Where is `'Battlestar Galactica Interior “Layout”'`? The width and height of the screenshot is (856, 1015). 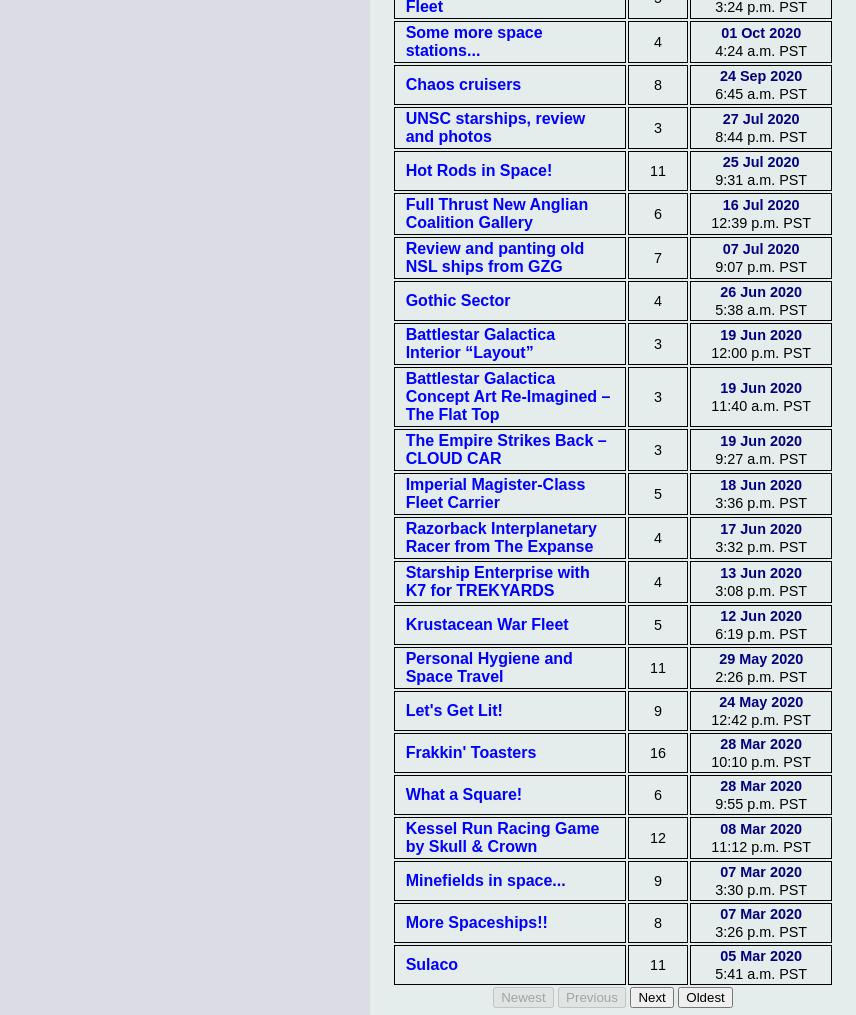 'Battlestar Galactica Interior “Layout”' is located at coordinates (478, 342).